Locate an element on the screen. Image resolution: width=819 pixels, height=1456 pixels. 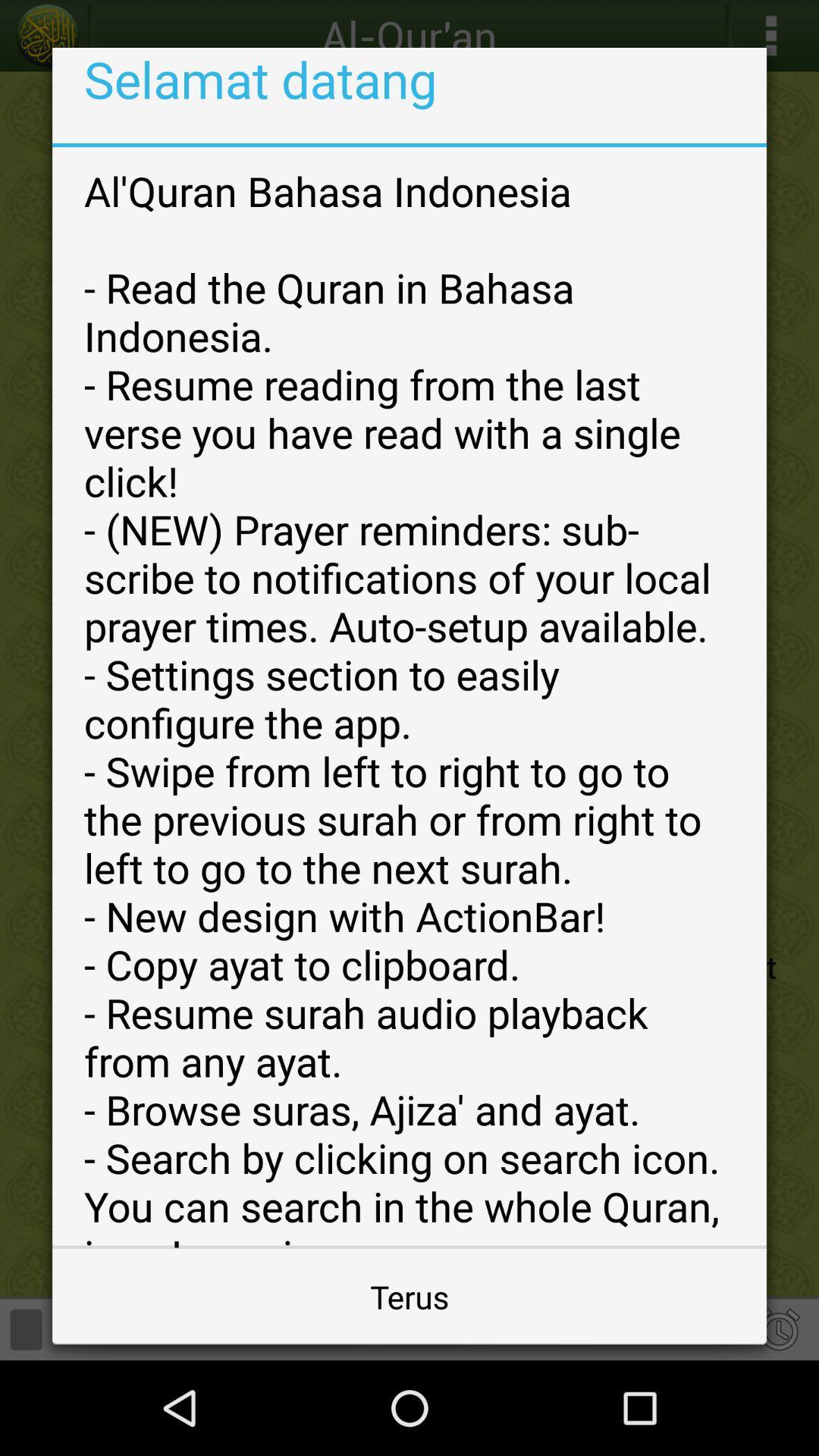
terus at the bottom is located at coordinates (409, 1295).